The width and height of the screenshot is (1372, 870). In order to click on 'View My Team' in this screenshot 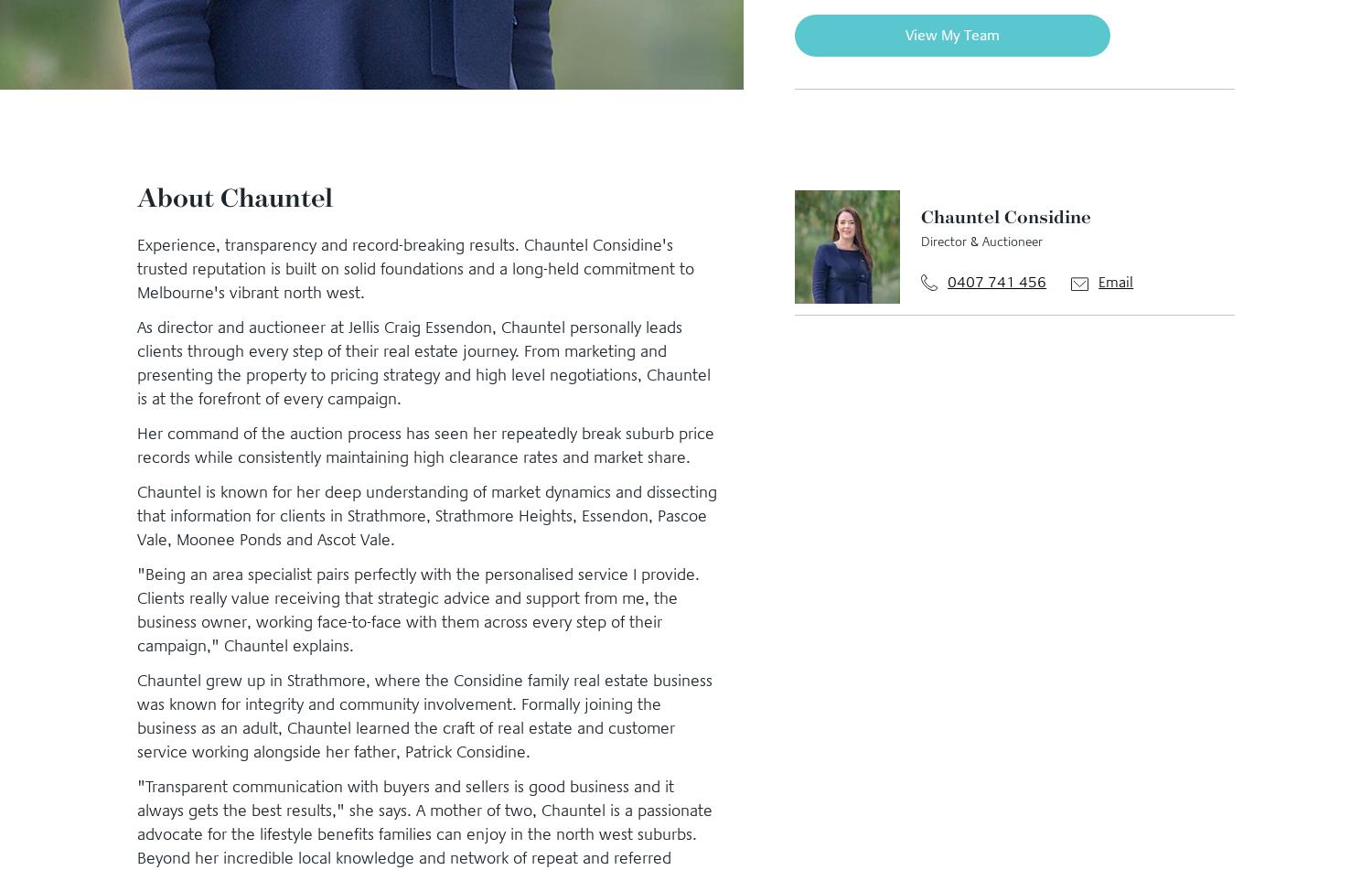, I will do `click(952, 35)`.